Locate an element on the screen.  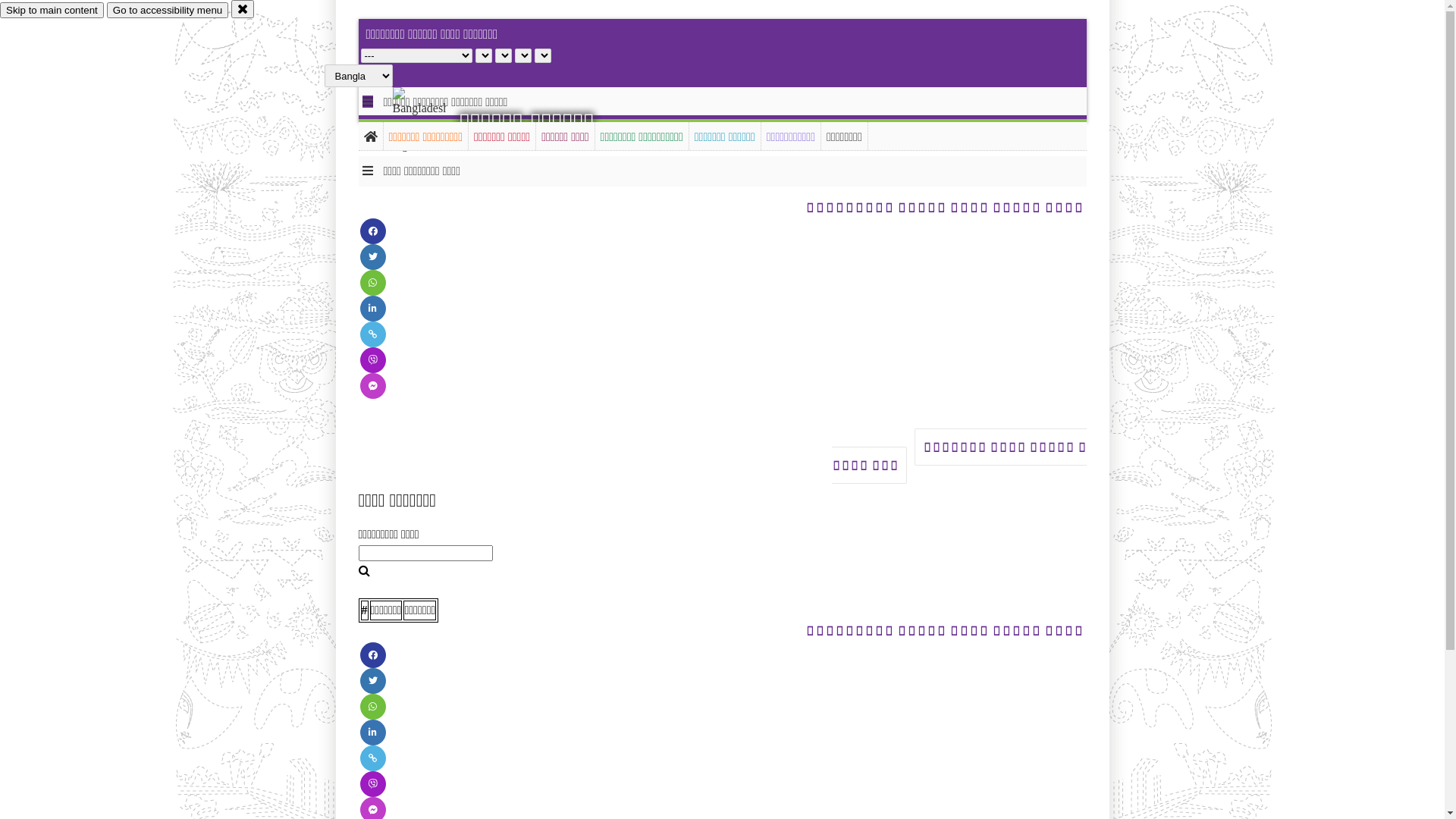
' is located at coordinates (393, 119).